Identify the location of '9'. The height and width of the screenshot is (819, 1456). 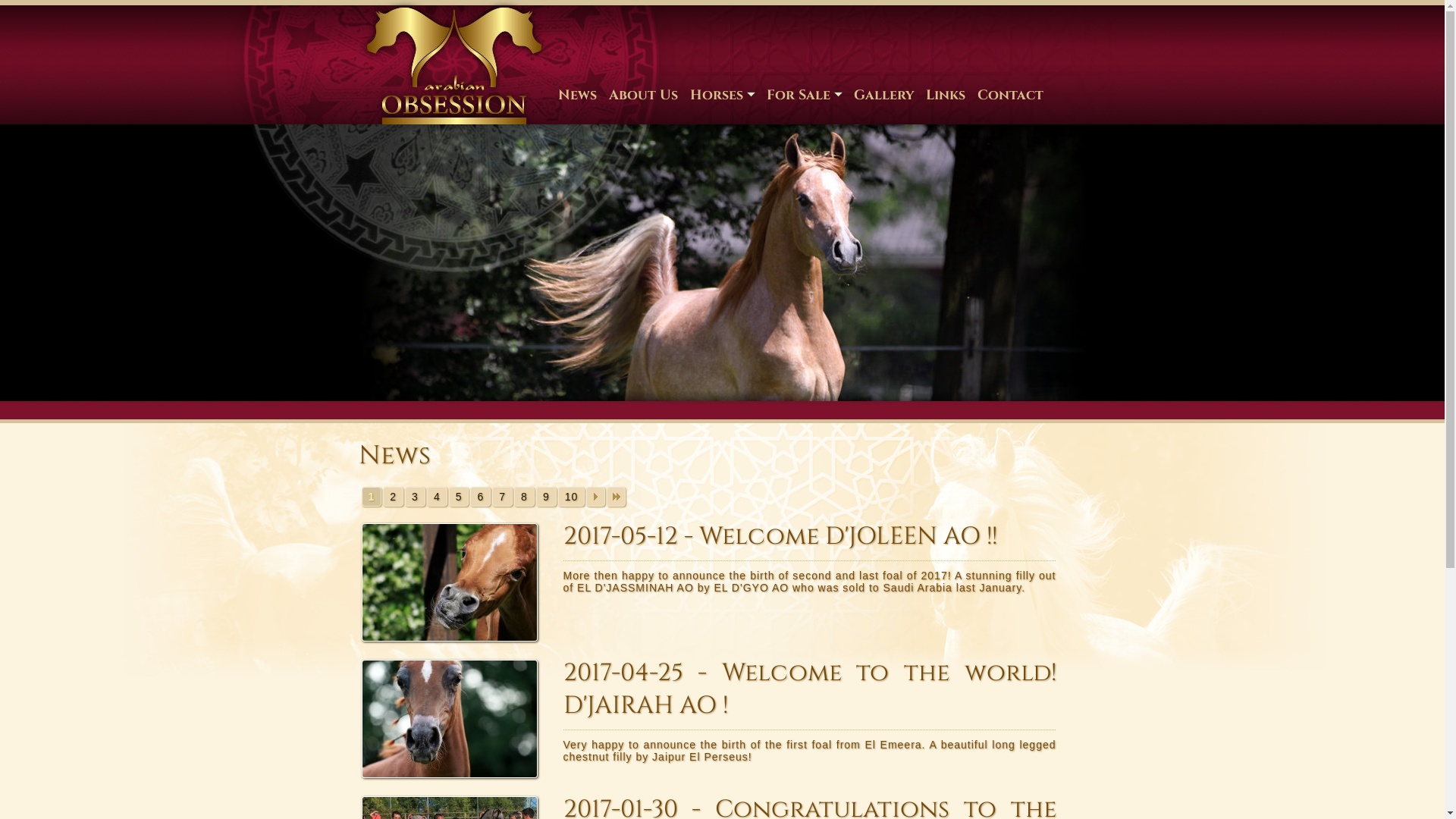
(535, 497).